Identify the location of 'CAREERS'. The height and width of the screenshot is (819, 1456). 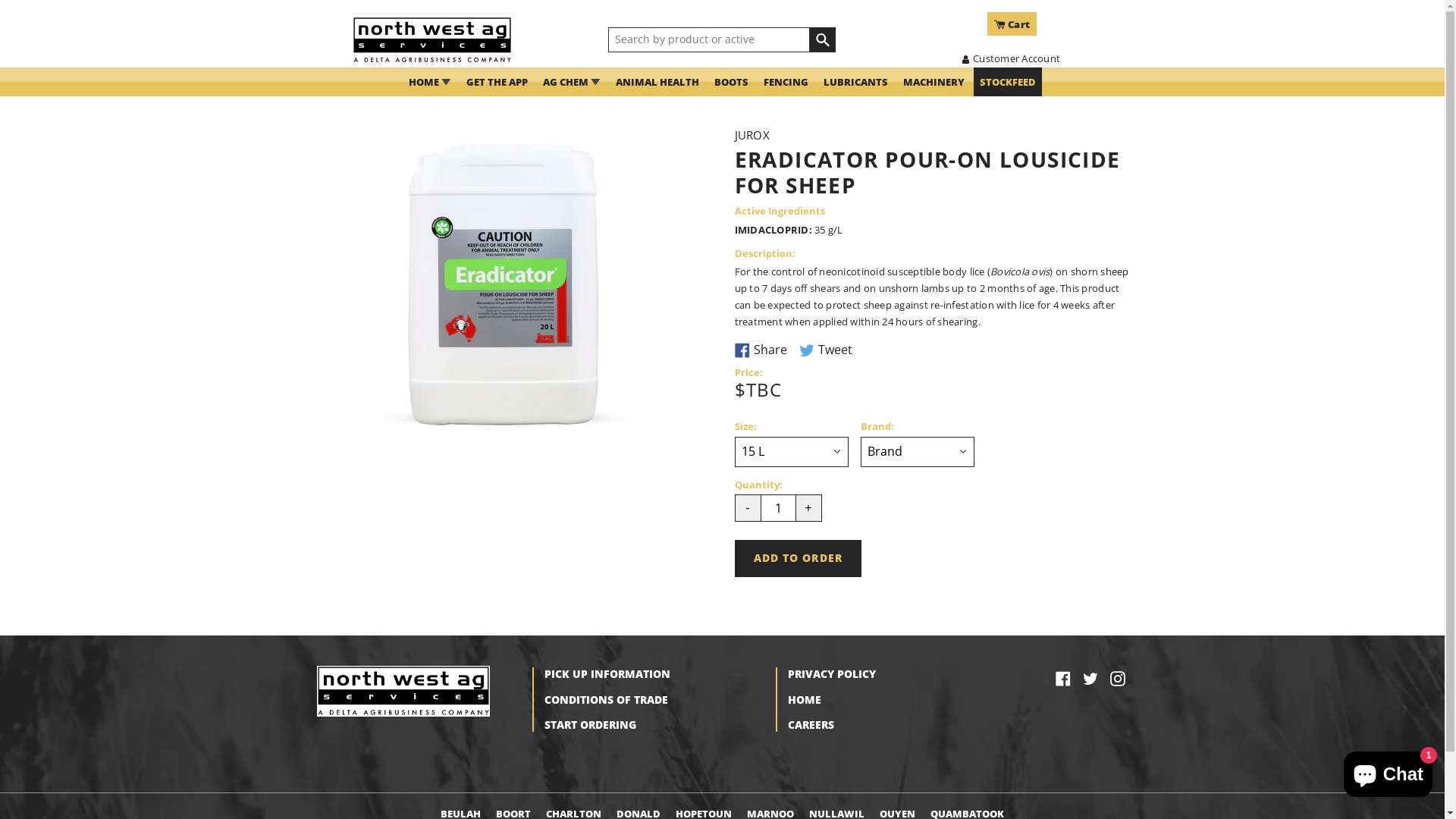
(809, 723).